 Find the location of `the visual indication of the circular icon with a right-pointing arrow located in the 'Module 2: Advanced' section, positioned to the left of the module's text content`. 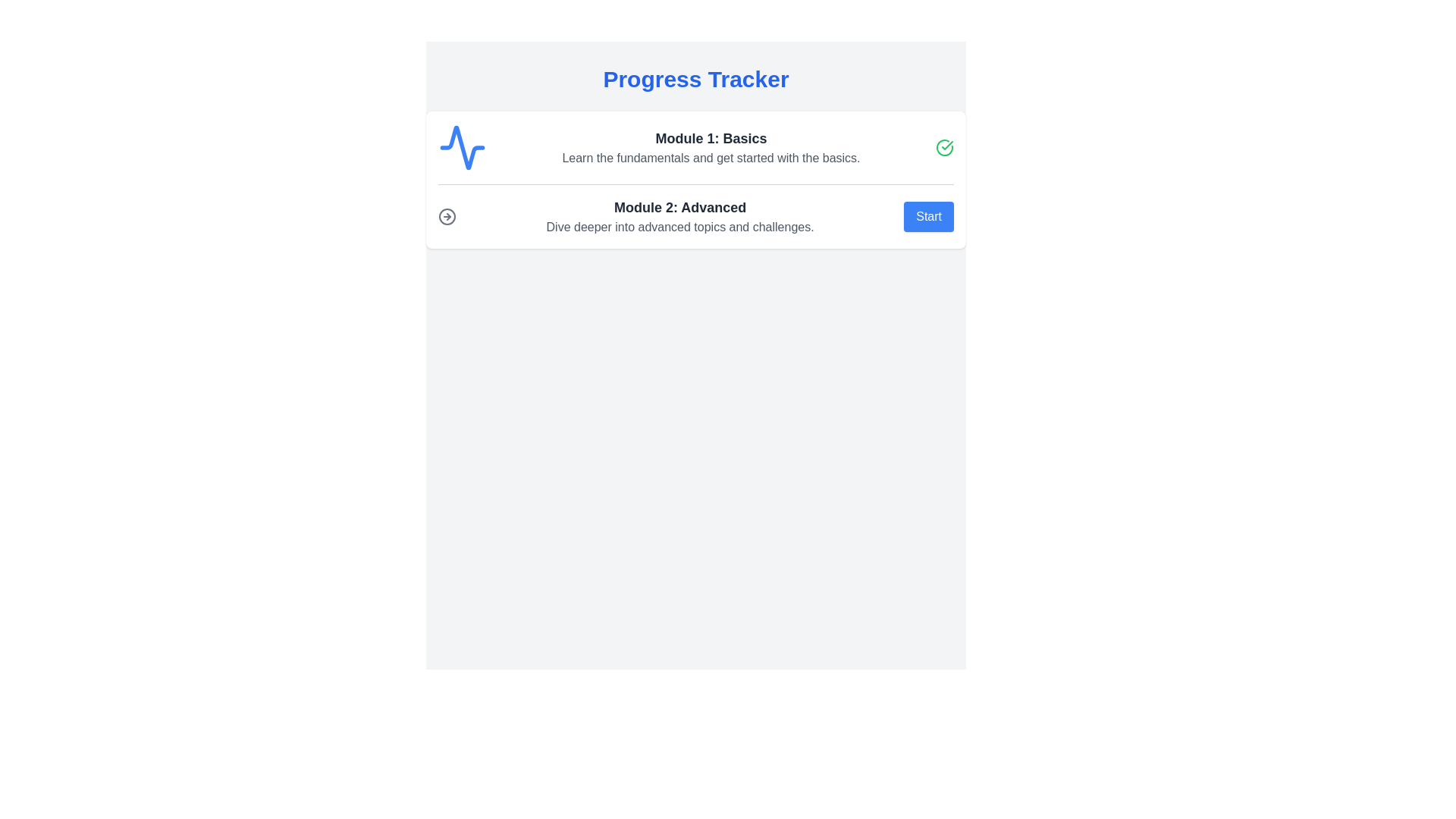

the visual indication of the circular icon with a right-pointing arrow located in the 'Module 2: Advanced' section, positioned to the left of the module's text content is located at coordinates (447, 216).